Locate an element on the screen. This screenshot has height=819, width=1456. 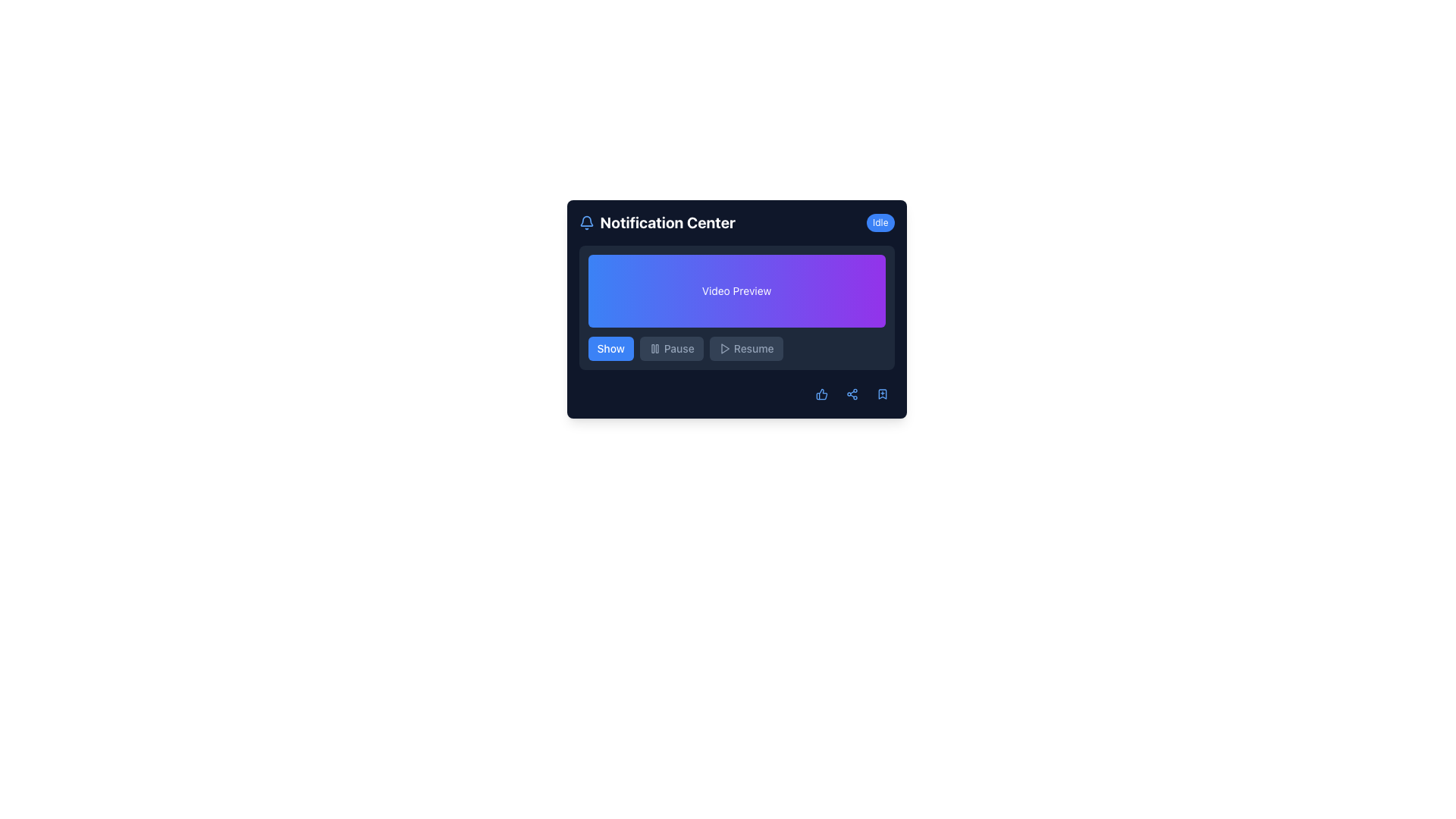
the notification section title or header, which is positioned to the right of a blue bell icon and to the left of an 'Idle' status indicator is located at coordinates (657, 222).